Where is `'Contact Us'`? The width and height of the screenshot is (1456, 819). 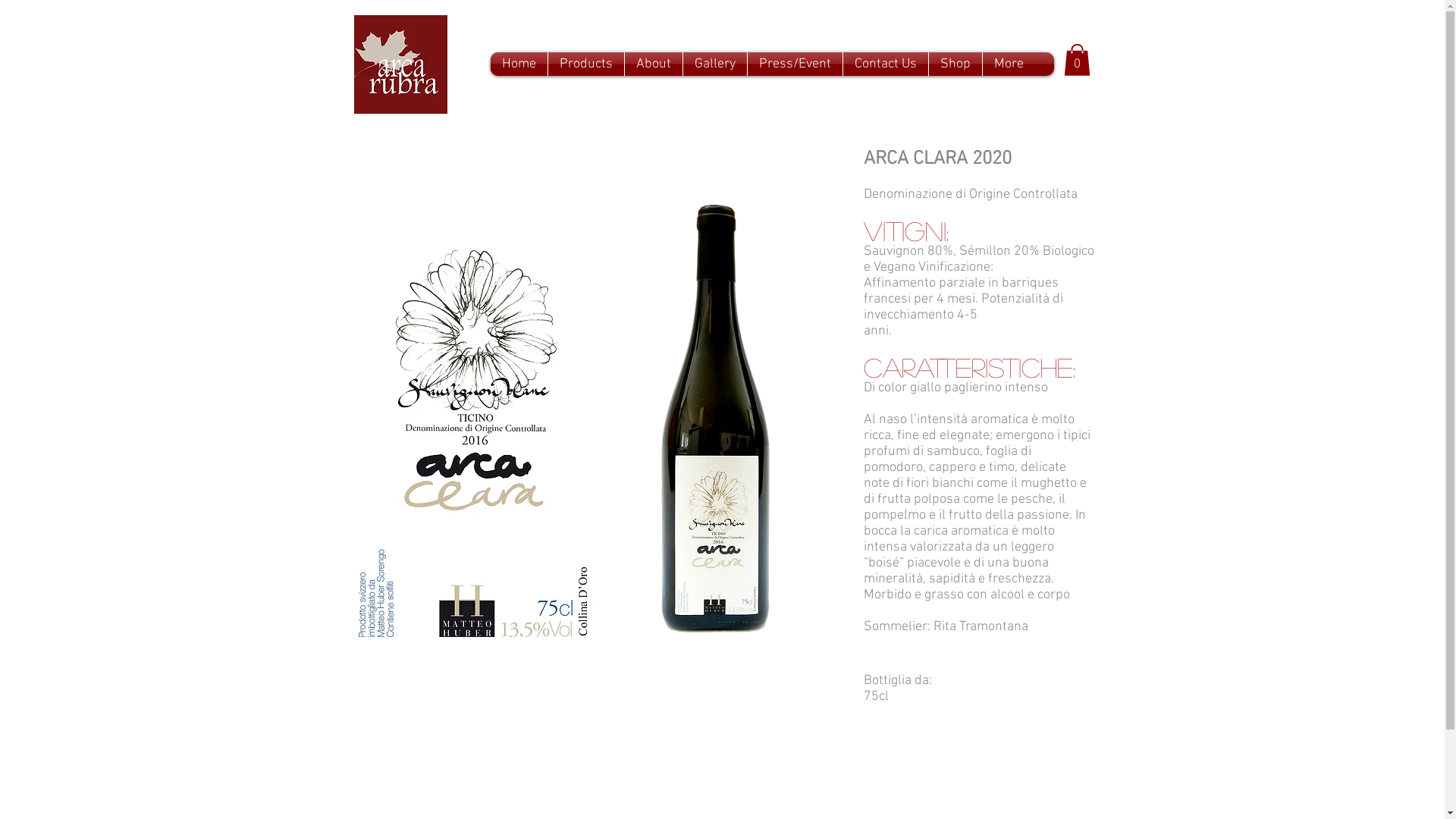
'Contact Us' is located at coordinates (885, 63).